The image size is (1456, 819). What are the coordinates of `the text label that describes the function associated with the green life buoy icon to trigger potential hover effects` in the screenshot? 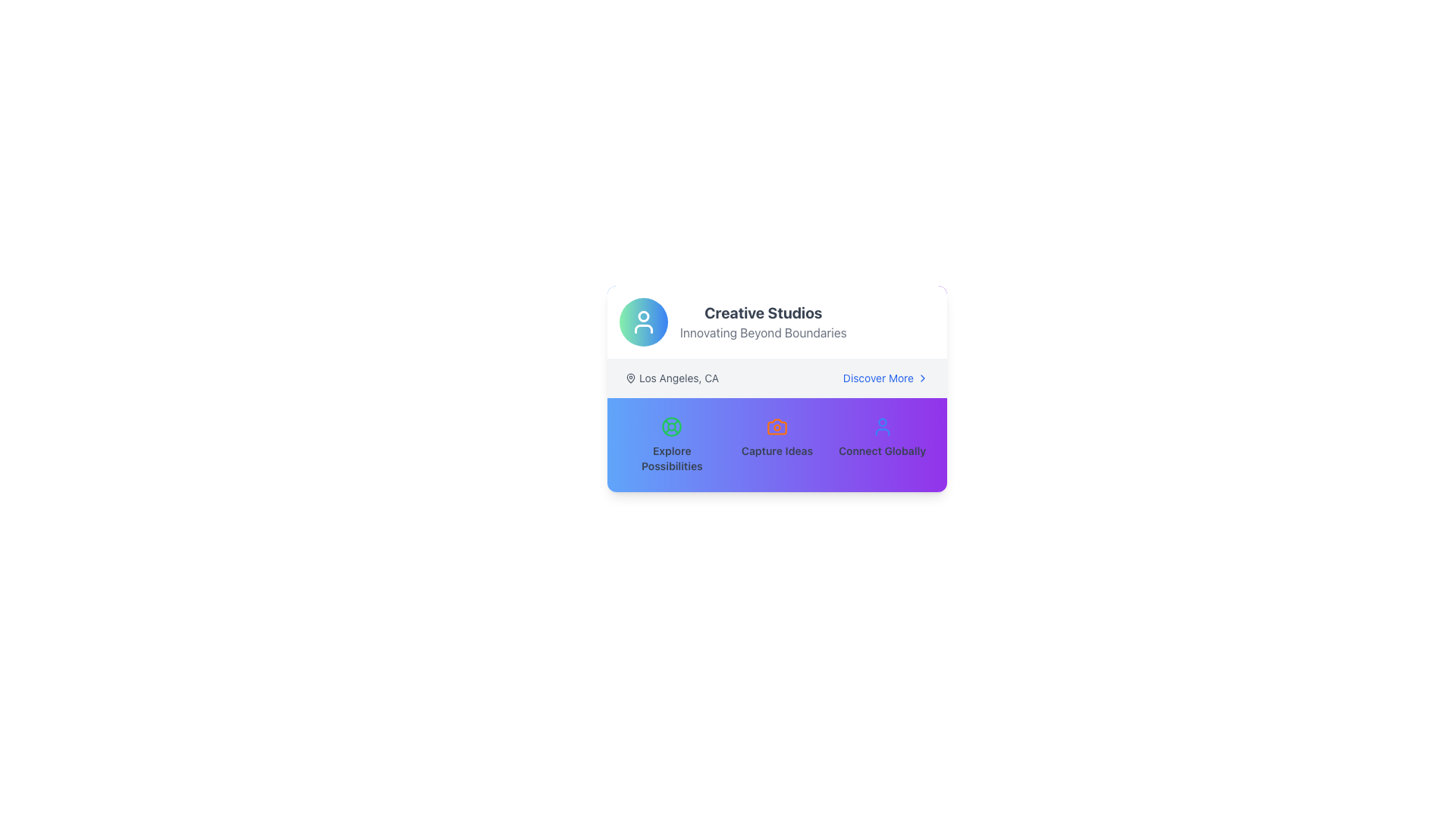 It's located at (671, 458).